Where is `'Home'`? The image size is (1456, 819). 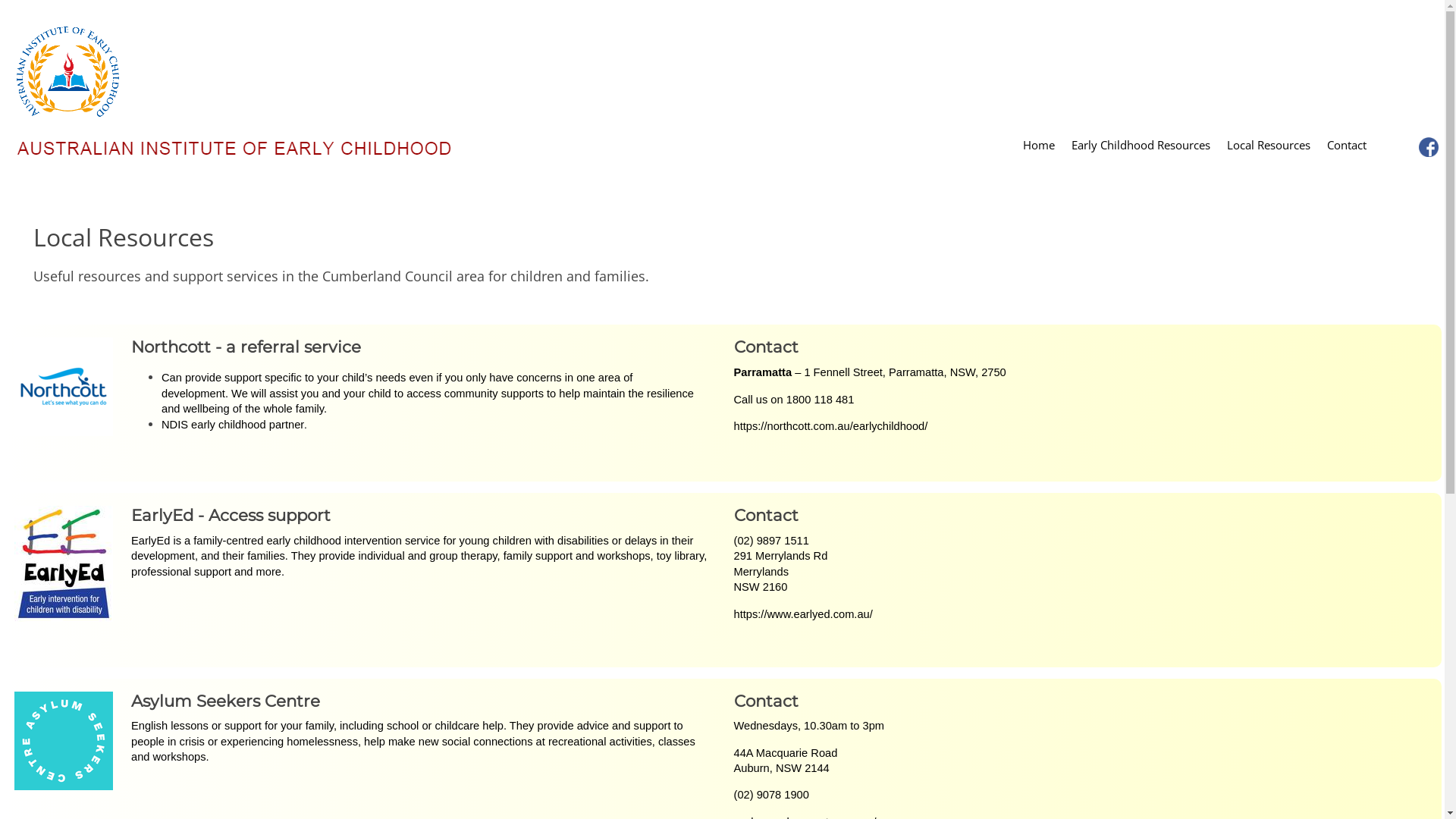
'Home' is located at coordinates (1015, 146).